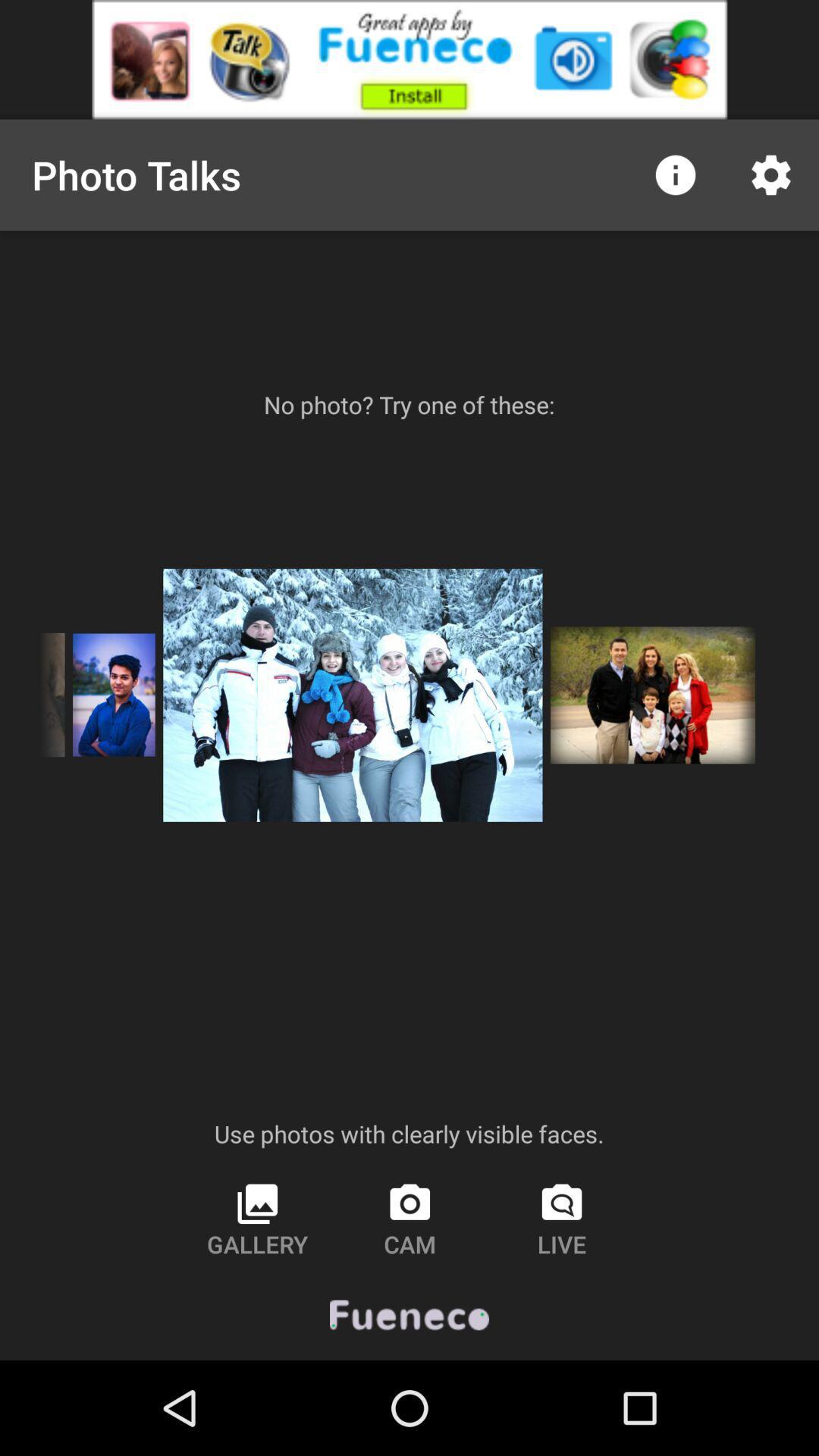  What do you see at coordinates (409, 1219) in the screenshot?
I see `camera icon` at bounding box center [409, 1219].